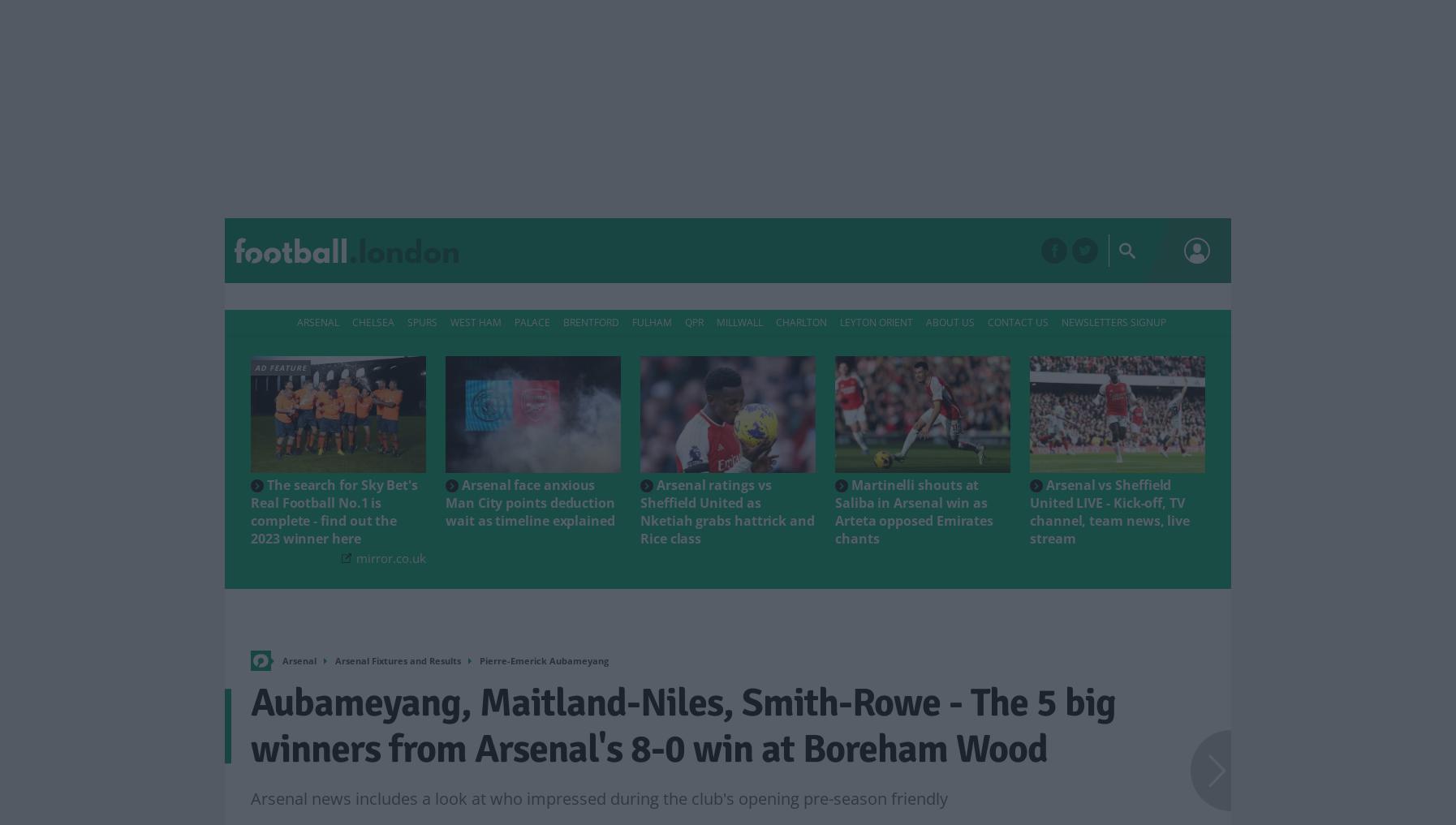 Image resolution: width=1456 pixels, height=825 pixels. What do you see at coordinates (398, 660) in the screenshot?
I see `'Arsenal Fixtures and Results'` at bounding box center [398, 660].